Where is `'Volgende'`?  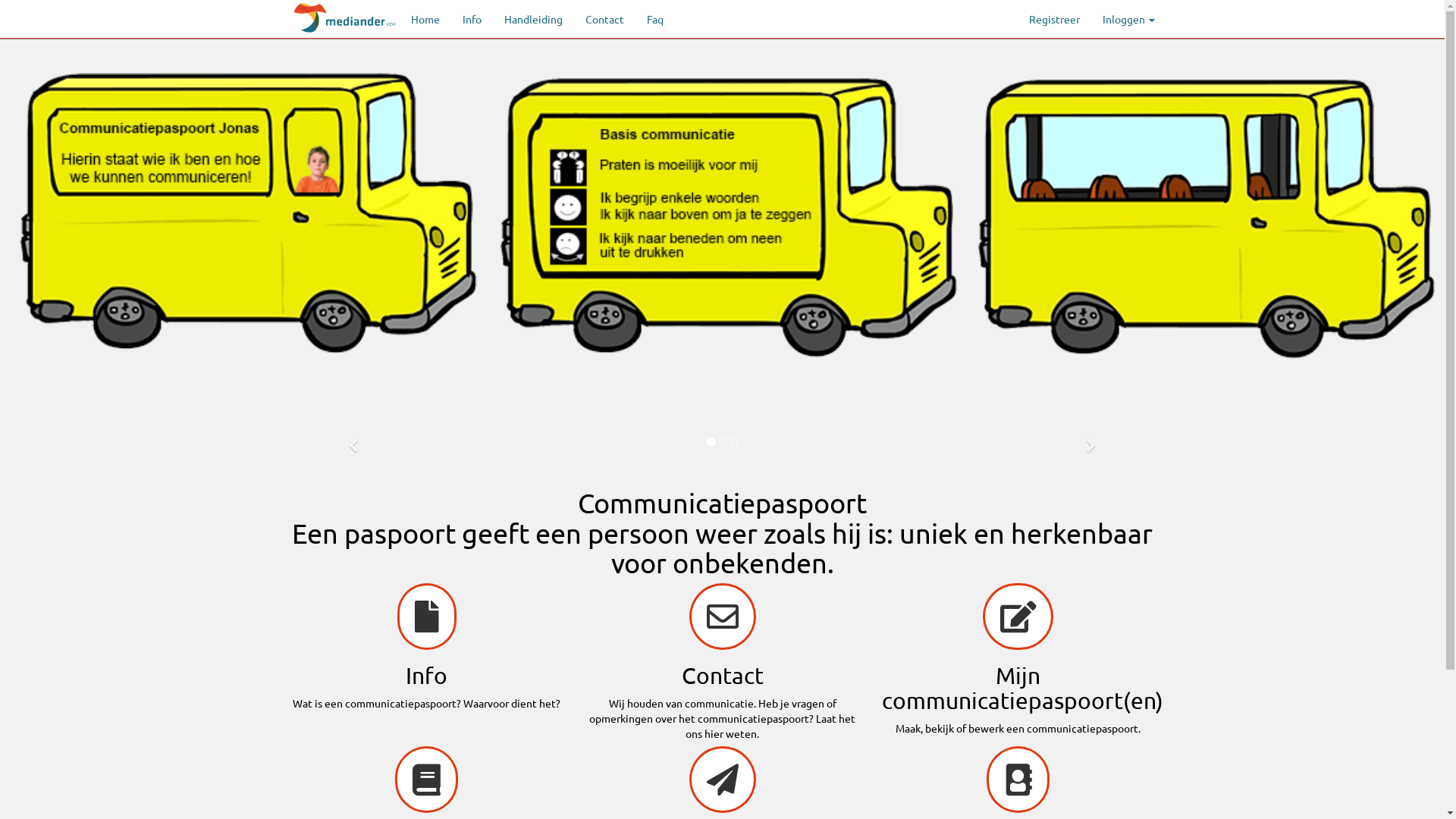
'Volgende' is located at coordinates (1090, 441).